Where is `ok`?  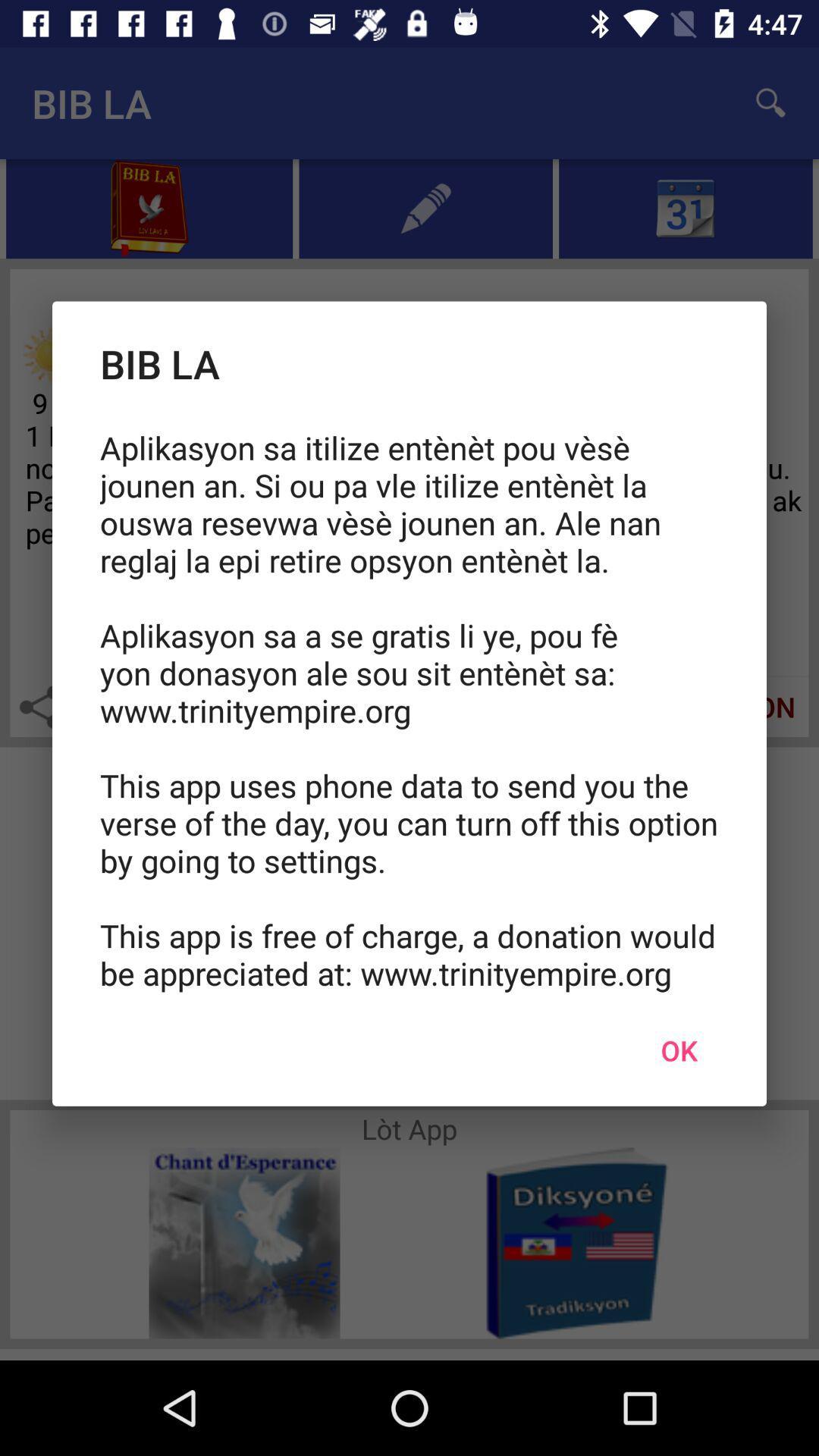 ok is located at coordinates (678, 1050).